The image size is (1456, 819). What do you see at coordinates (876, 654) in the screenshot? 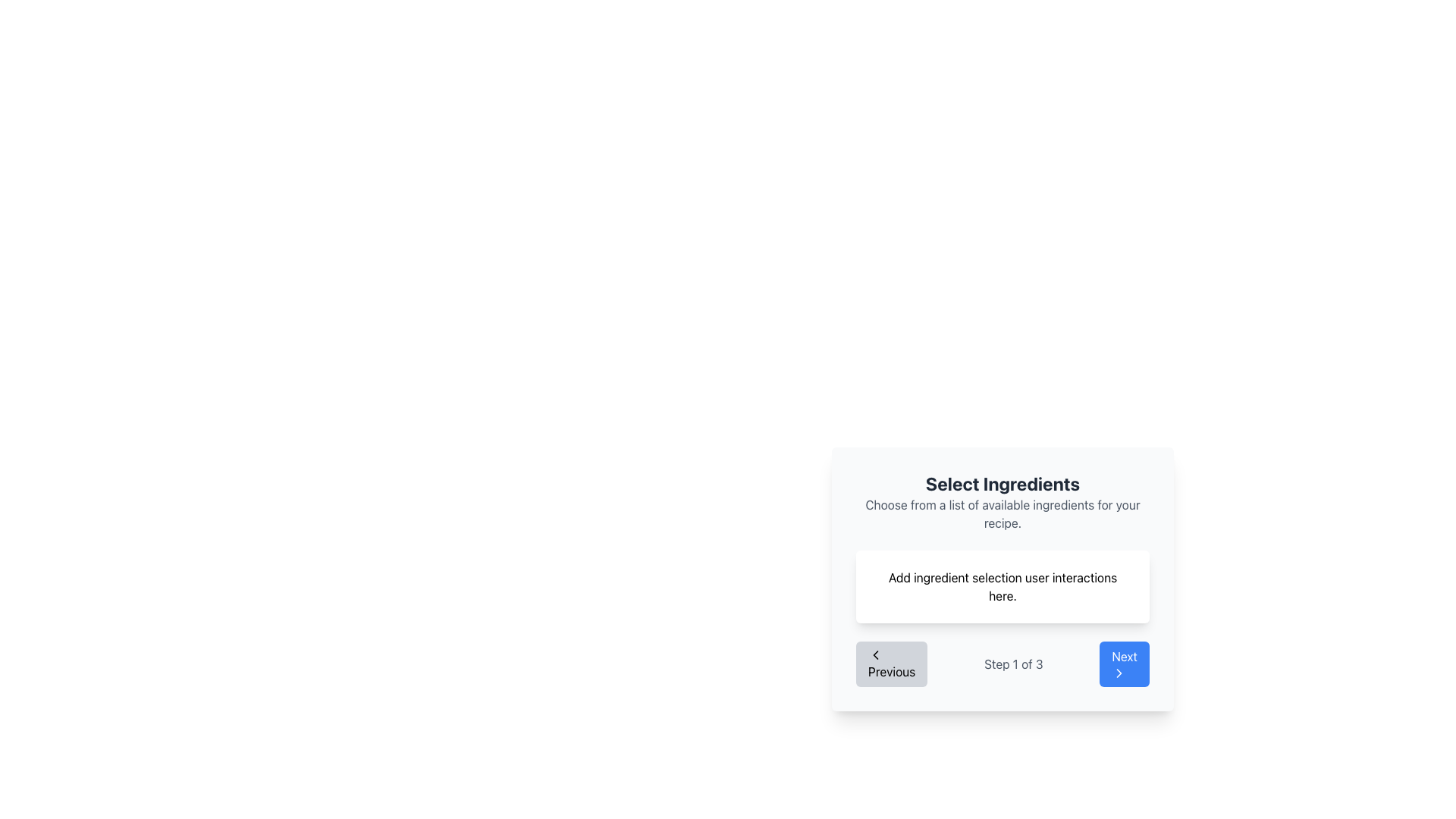
I see `the disabled 'Previous' icon located at the bottom left section of the interface, preceding the text 'Previous'` at bounding box center [876, 654].